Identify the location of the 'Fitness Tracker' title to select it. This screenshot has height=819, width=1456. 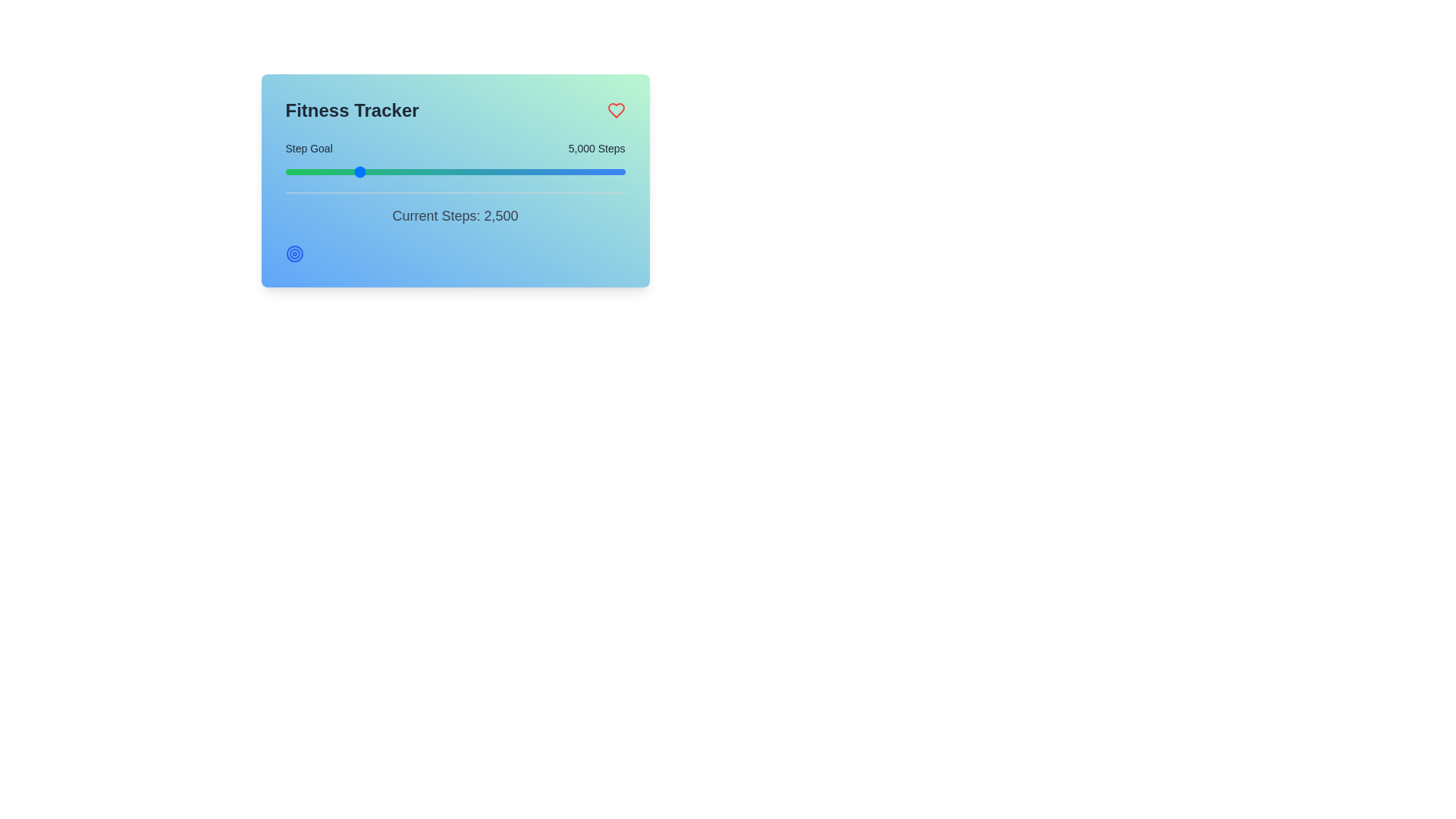
(351, 110).